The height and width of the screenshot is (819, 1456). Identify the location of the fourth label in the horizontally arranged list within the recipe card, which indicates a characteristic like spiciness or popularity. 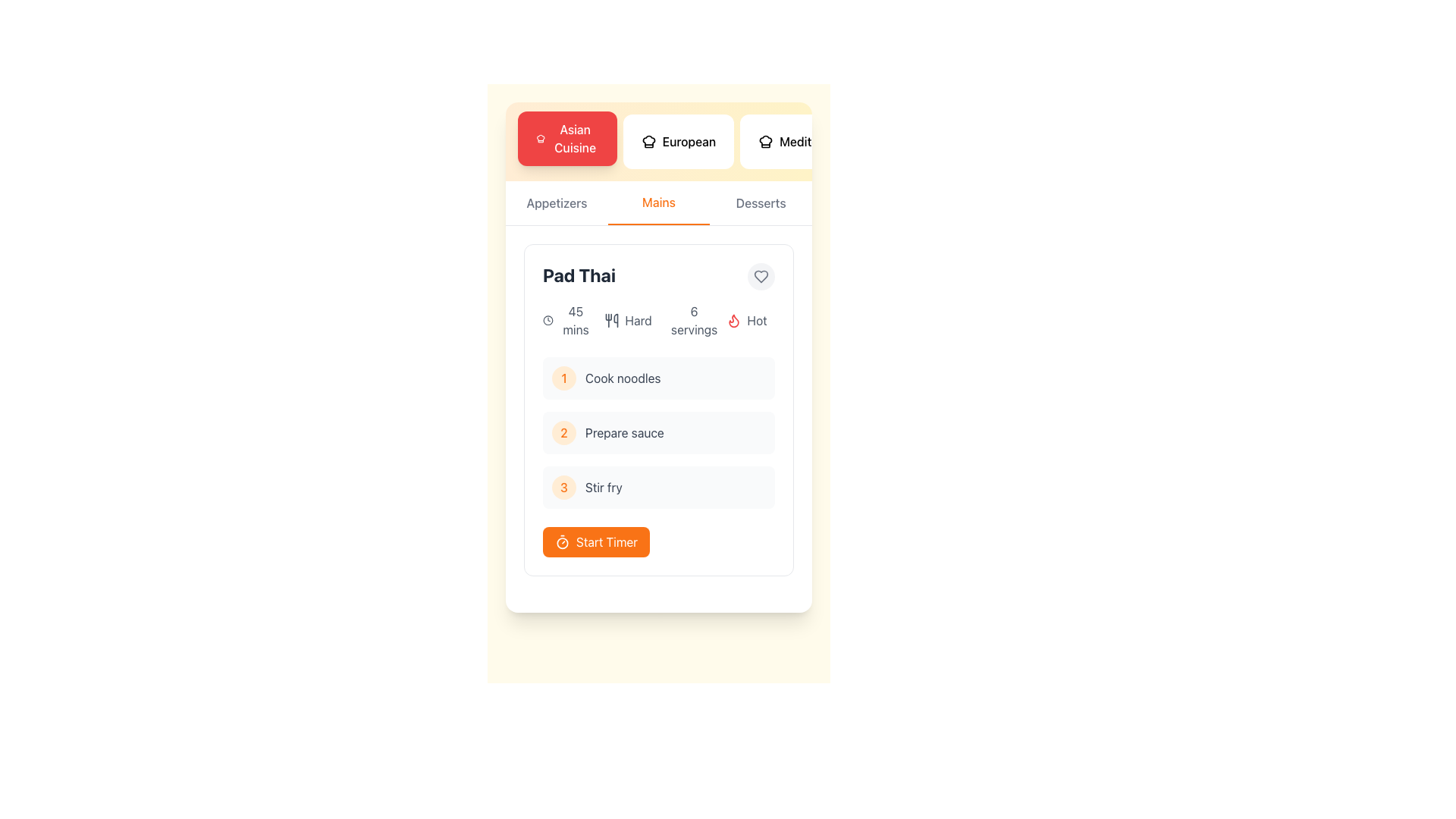
(750, 320).